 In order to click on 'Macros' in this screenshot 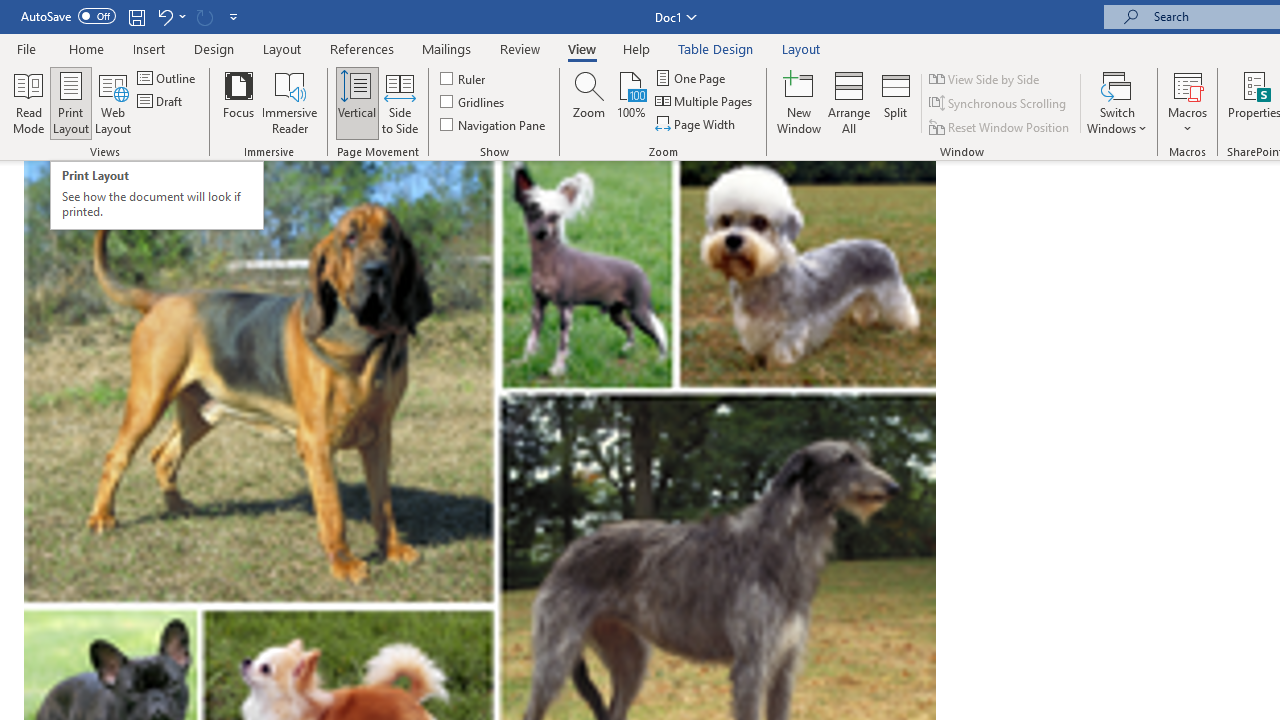, I will do `click(1187, 103)`.